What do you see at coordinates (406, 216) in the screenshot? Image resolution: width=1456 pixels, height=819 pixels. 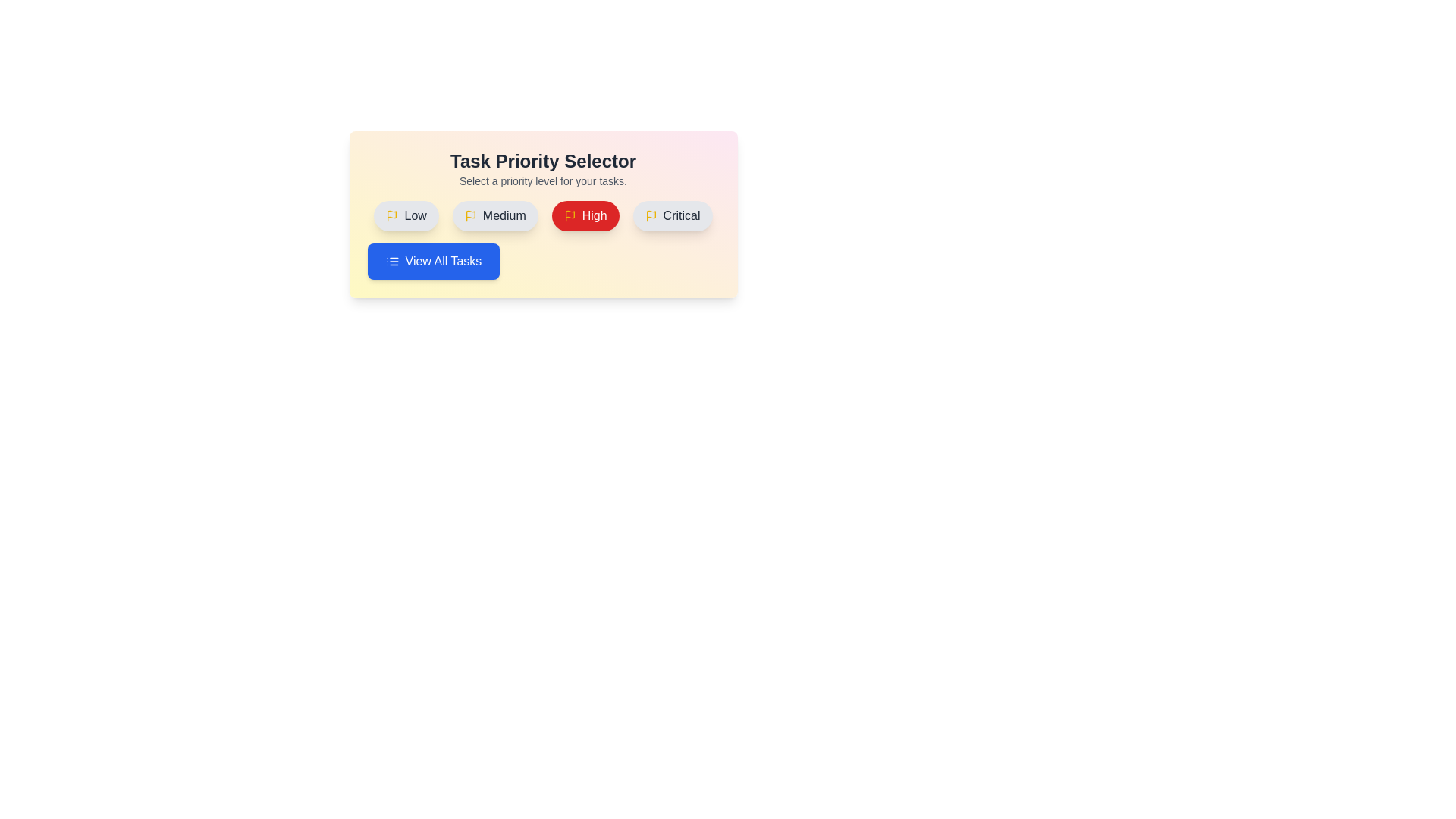 I see `the button corresponding to the priority level Low` at bounding box center [406, 216].